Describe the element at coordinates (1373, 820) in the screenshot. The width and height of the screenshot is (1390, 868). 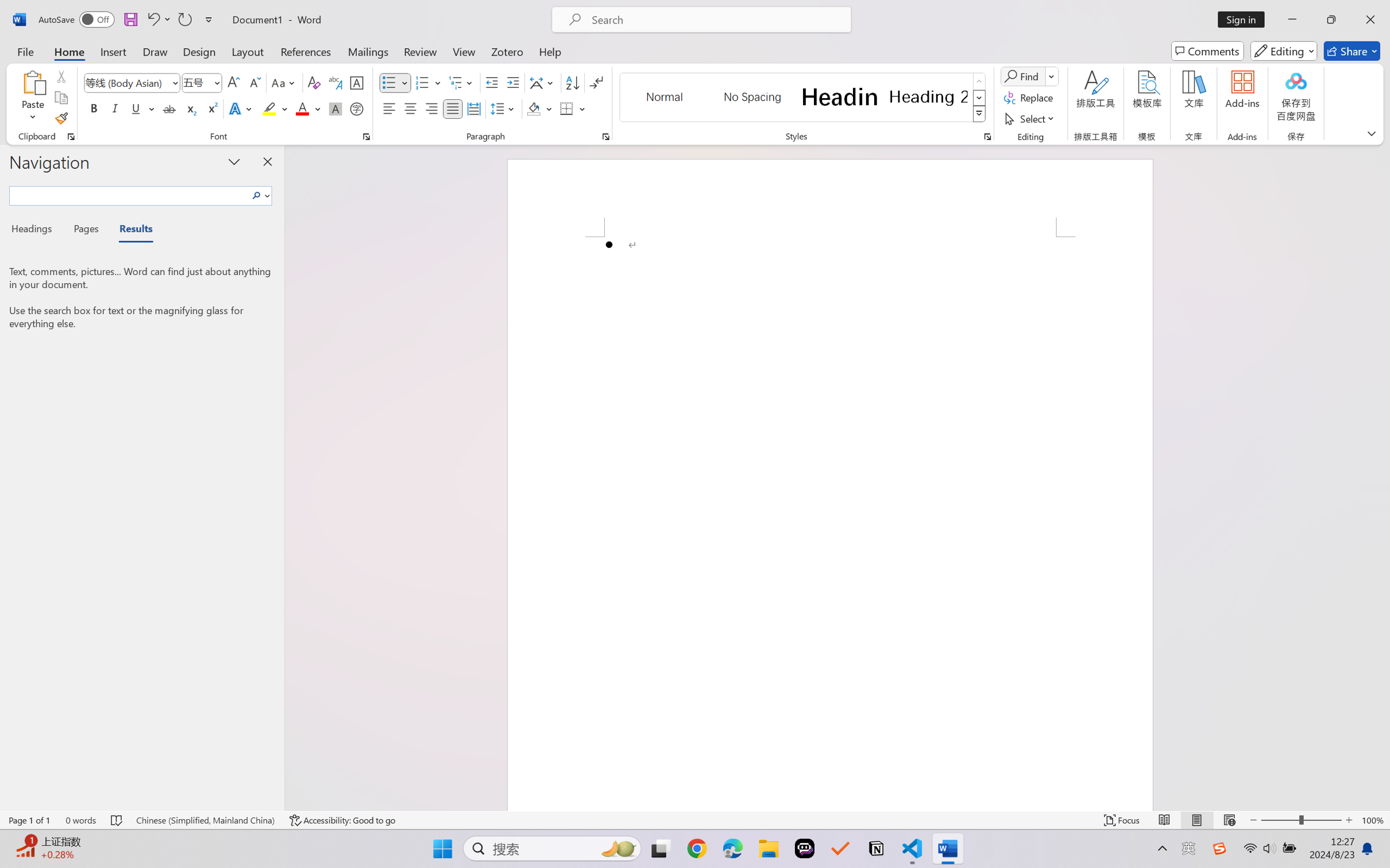
I see `'Zoom 100%'` at that location.